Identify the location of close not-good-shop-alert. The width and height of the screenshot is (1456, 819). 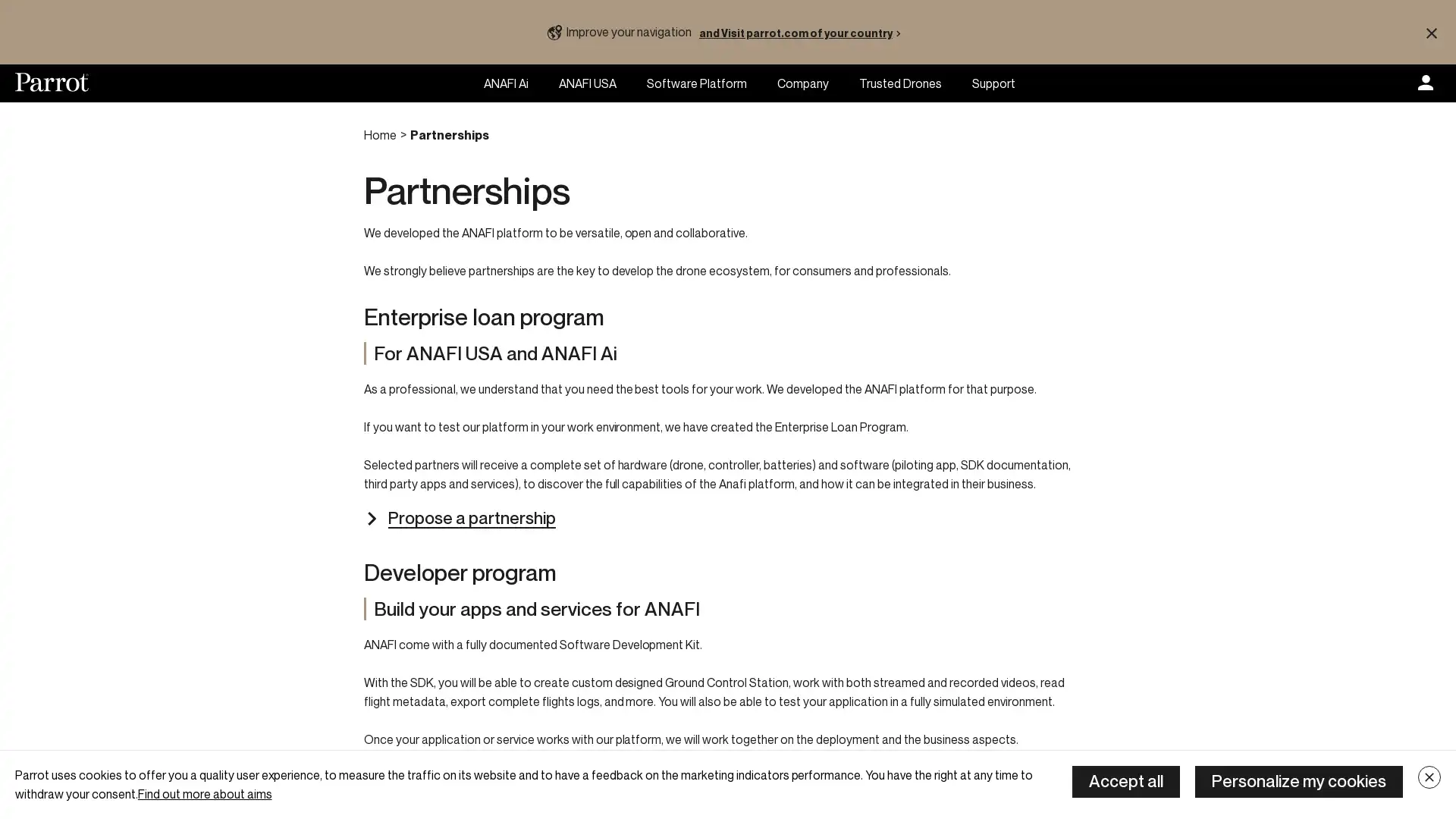
(1430, 32).